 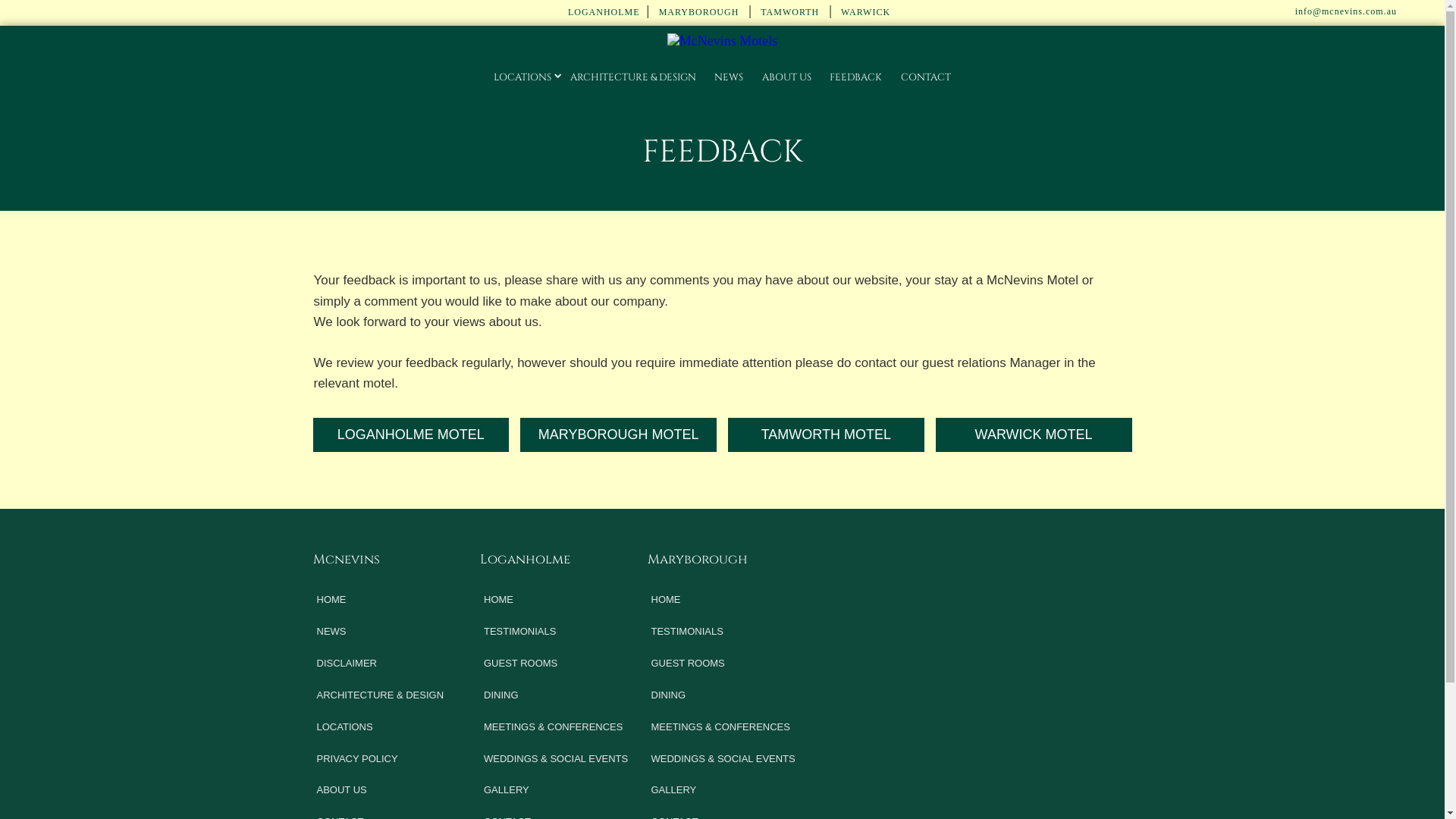 What do you see at coordinates (855, 77) in the screenshot?
I see `'FEEDBACK'` at bounding box center [855, 77].